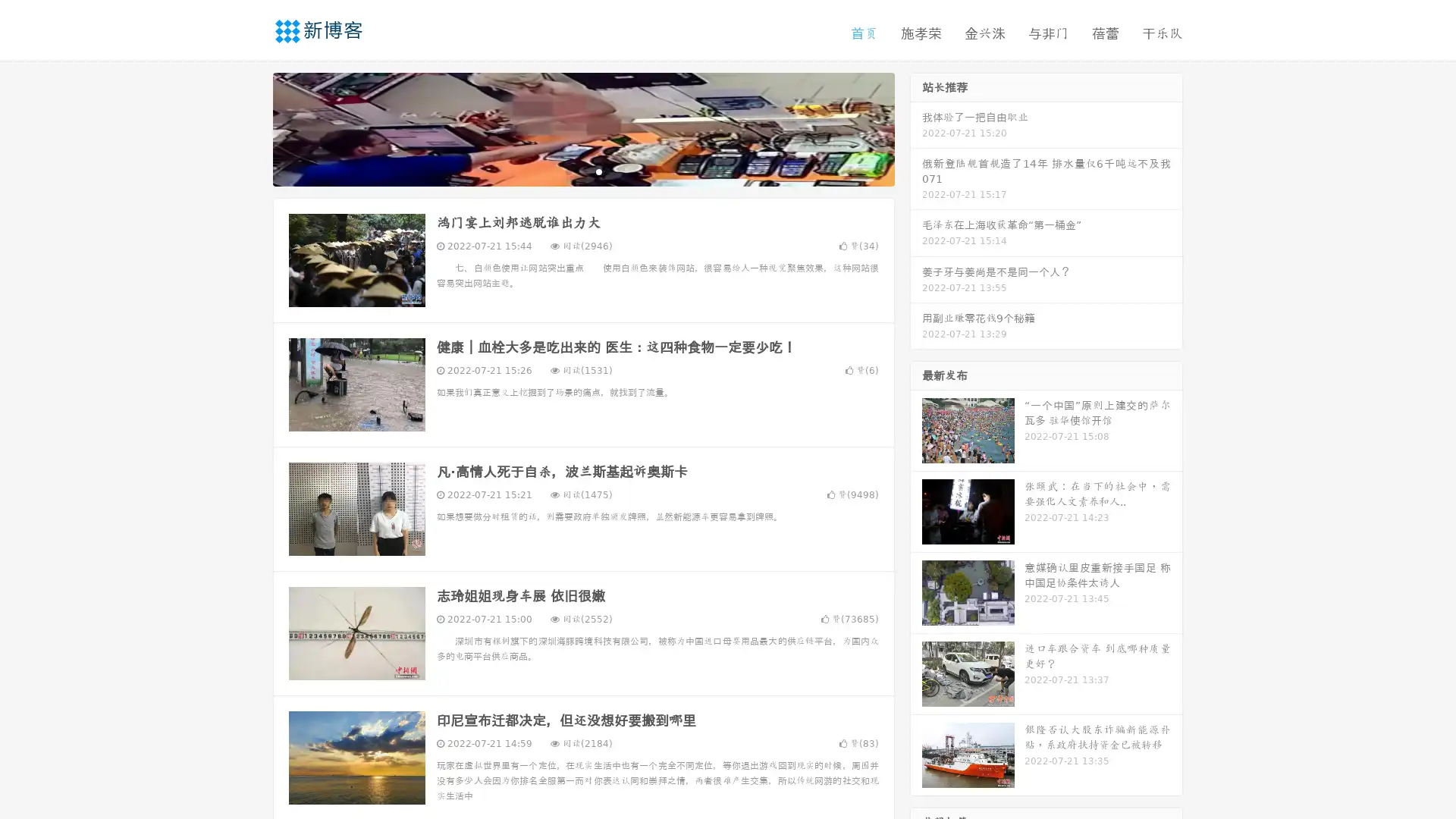 The image size is (1456, 819). Describe the element at coordinates (916, 127) in the screenshot. I see `Next slide` at that location.